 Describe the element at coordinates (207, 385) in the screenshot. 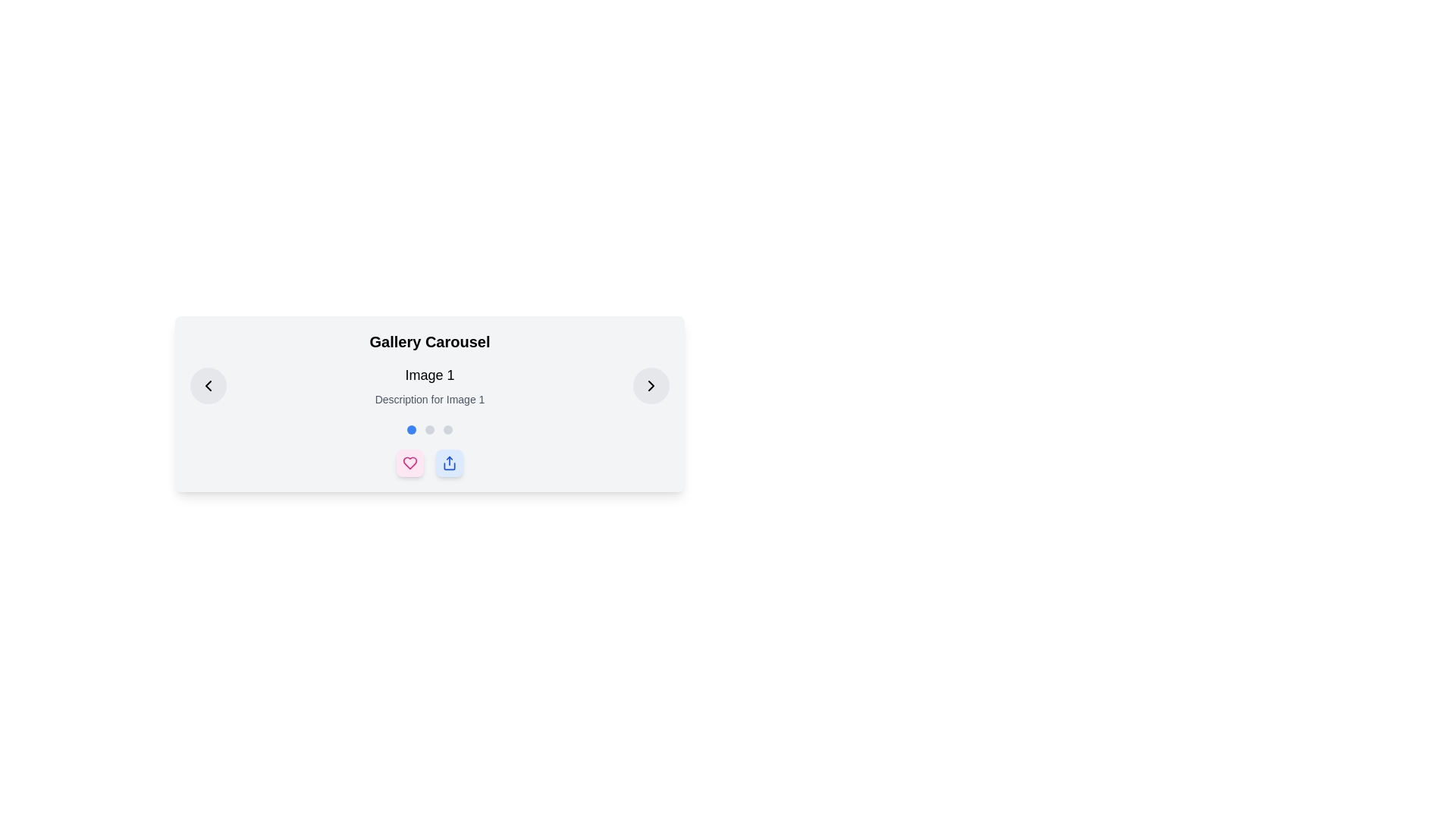

I see `the left-pointing chevron icon` at that location.